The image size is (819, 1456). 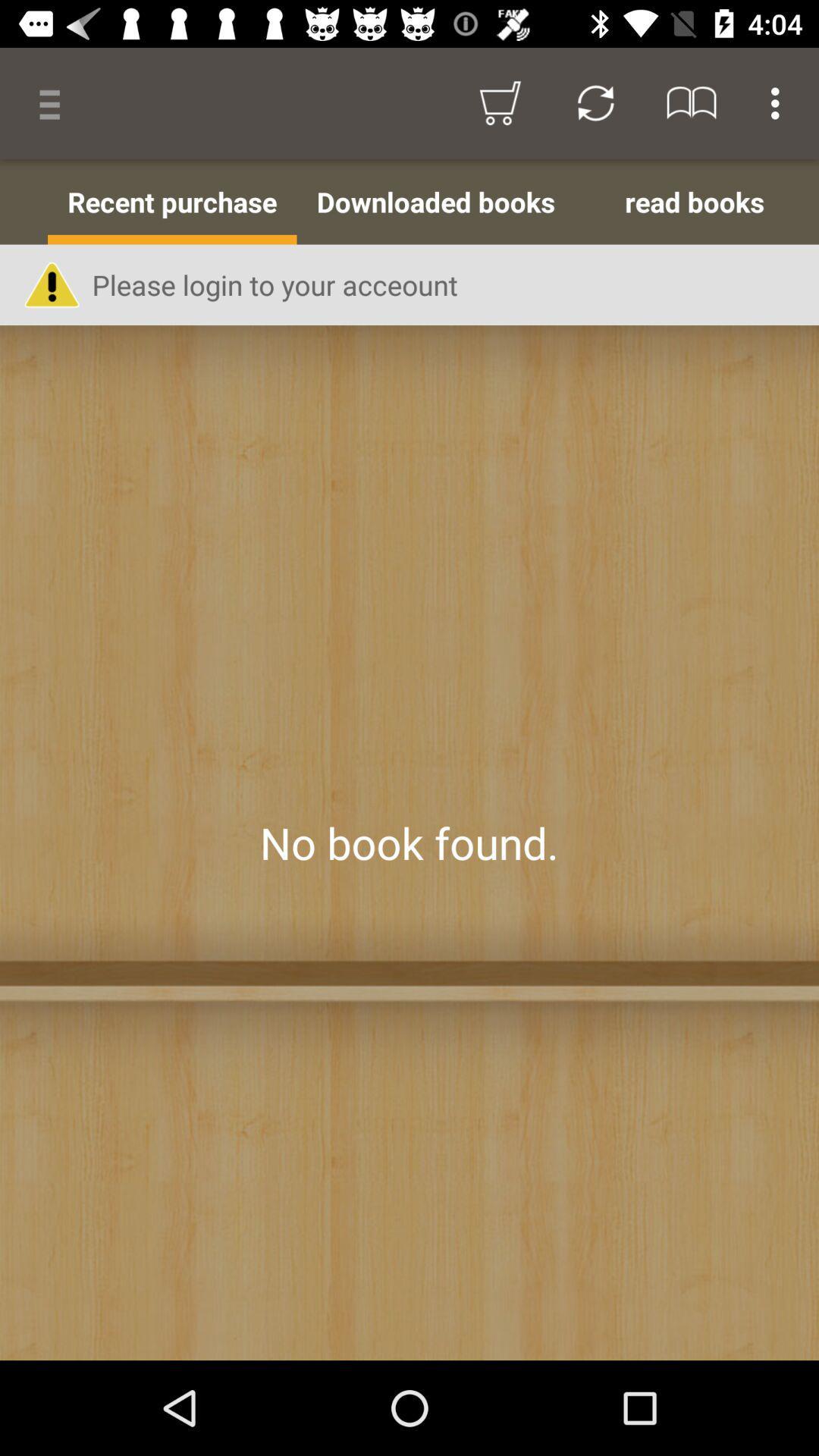 I want to click on main site, so click(x=409, y=842).